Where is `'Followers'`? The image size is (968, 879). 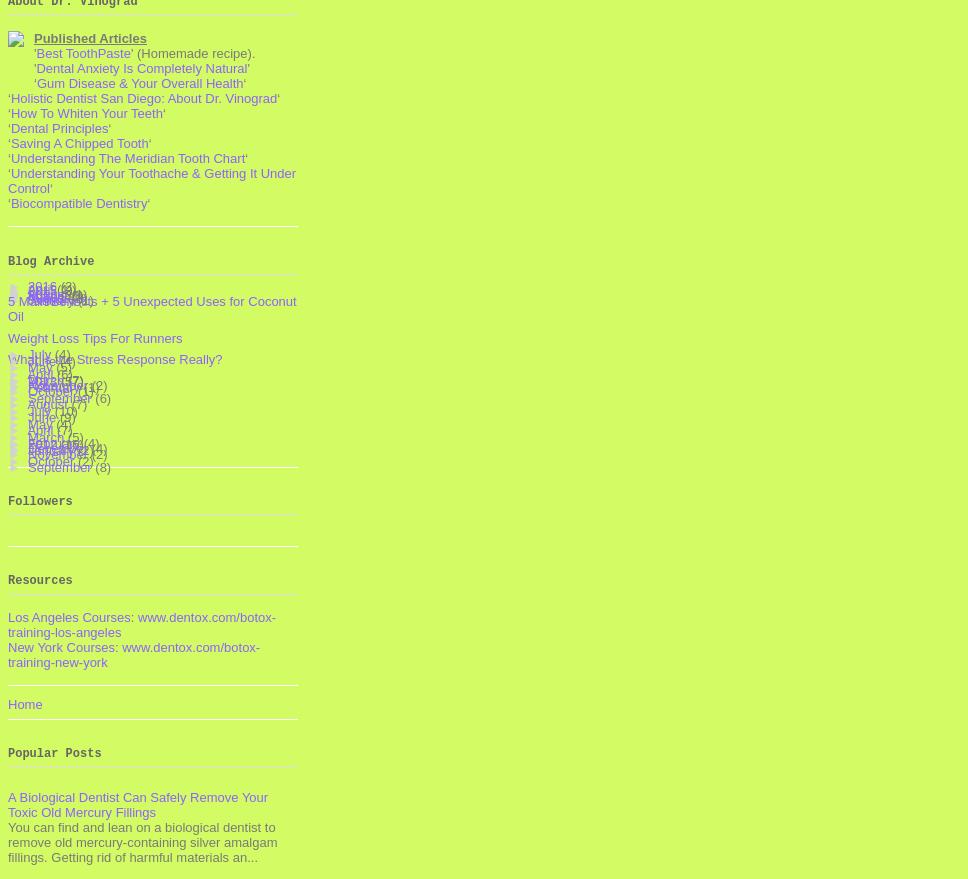
'Followers' is located at coordinates (39, 500).